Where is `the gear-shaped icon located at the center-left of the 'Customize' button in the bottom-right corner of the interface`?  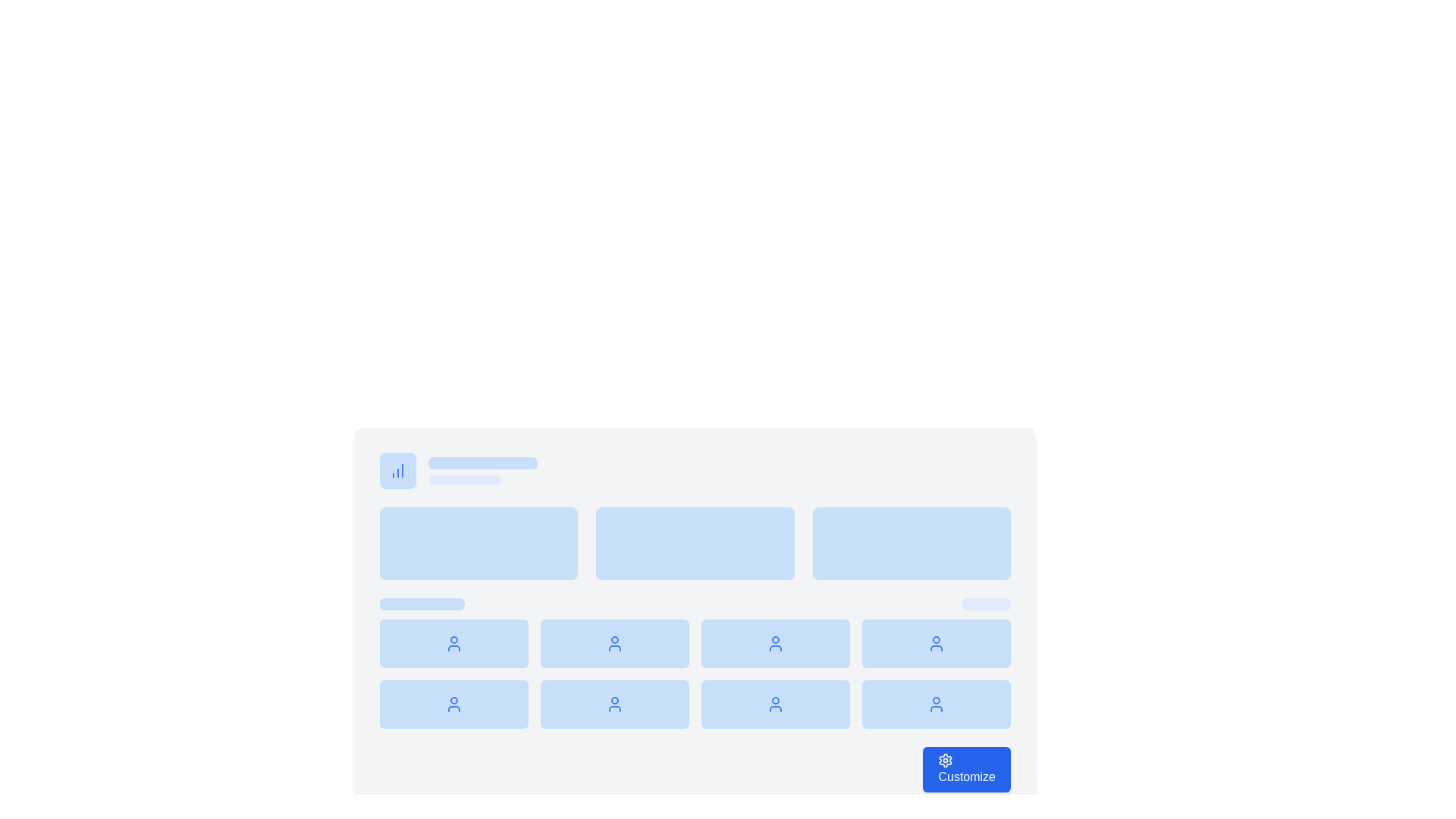
the gear-shaped icon located at the center-left of the 'Customize' button in the bottom-right corner of the interface is located at coordinates (945, 760).